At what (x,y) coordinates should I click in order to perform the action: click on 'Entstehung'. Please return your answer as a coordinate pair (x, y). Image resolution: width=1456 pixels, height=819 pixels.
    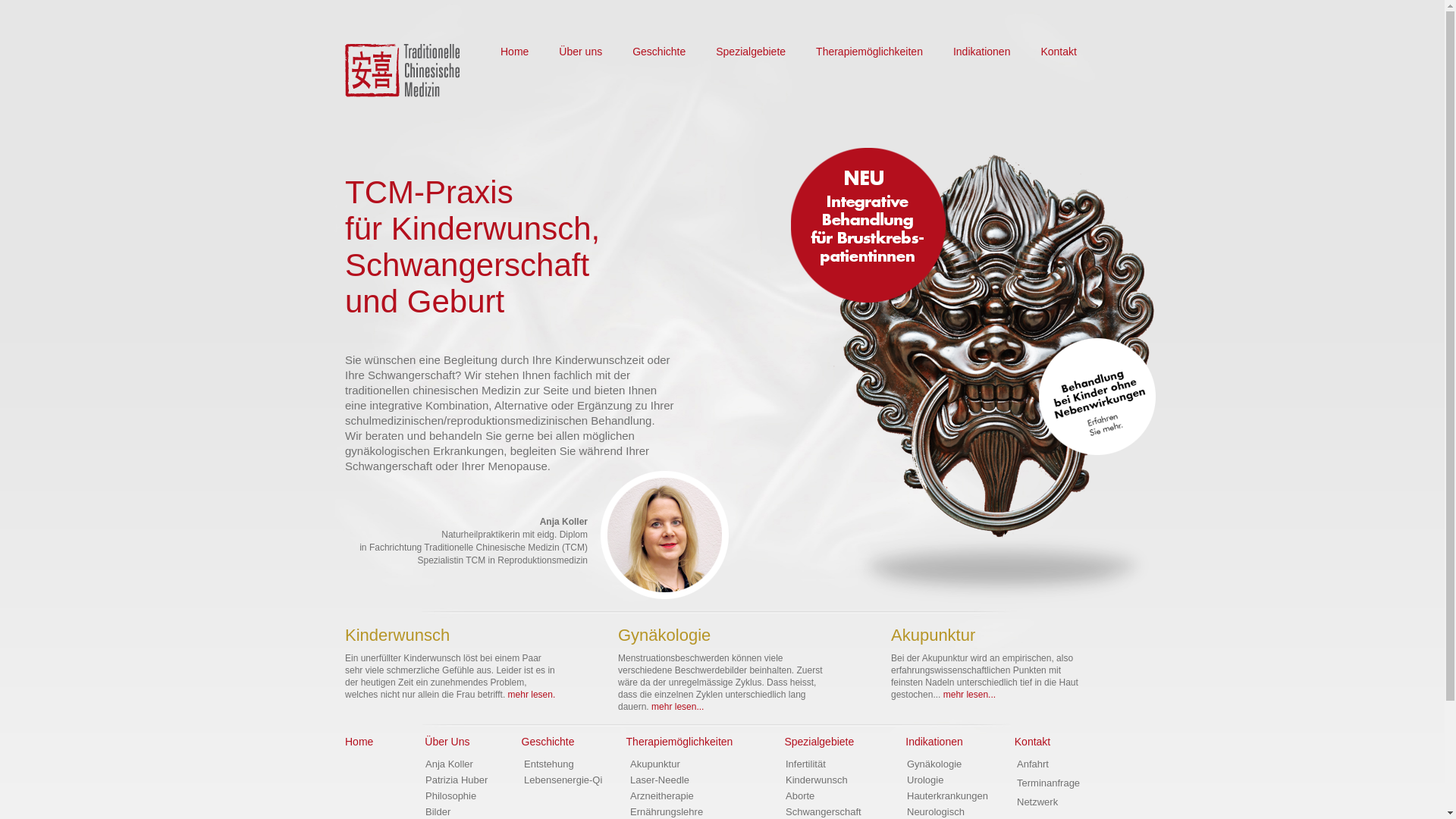
    Looking at the image, I should click on (548, 764).